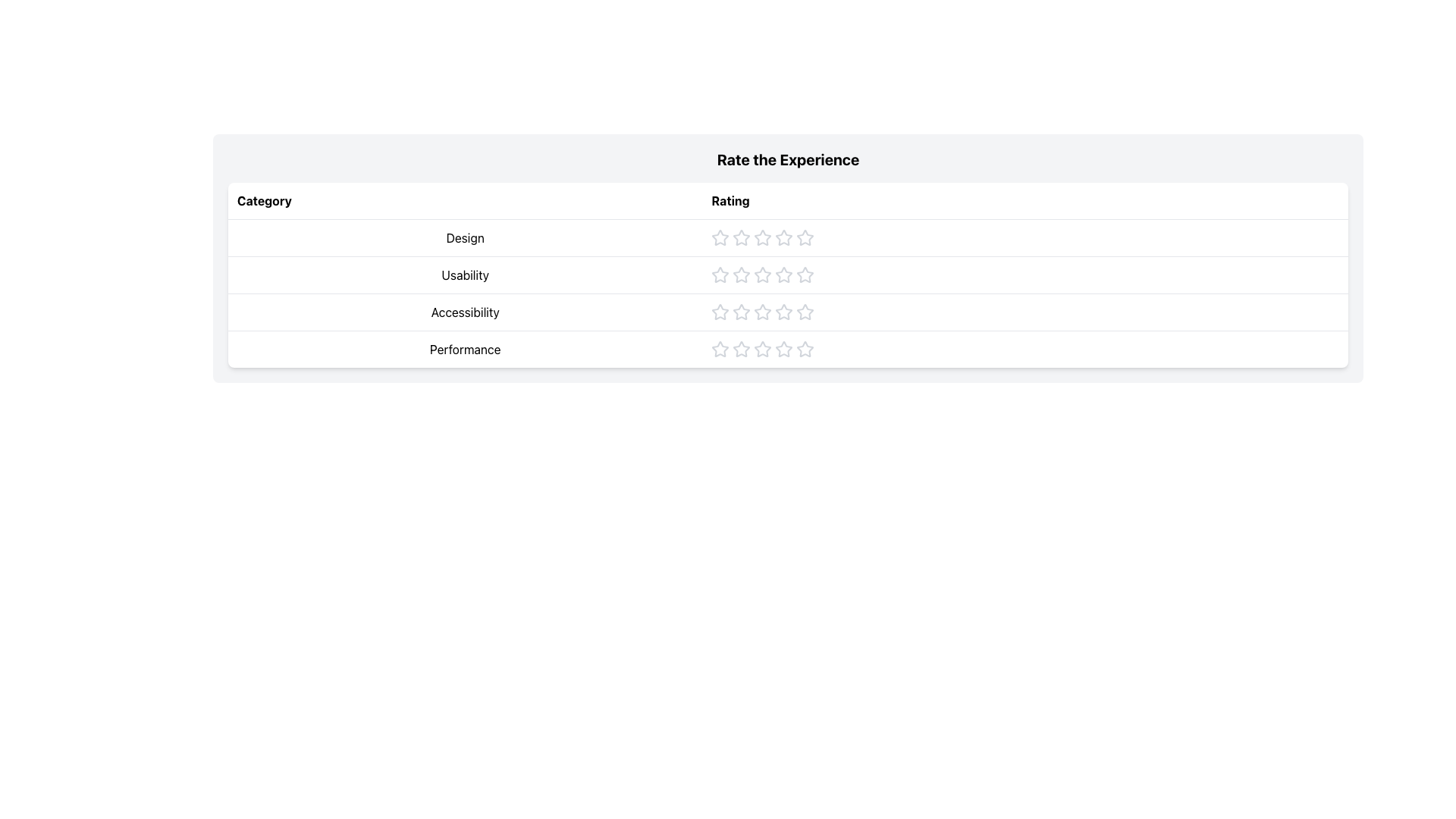  What do you see at coordinates (720, 237) in the screenshot?
I see `the first hollow star icon in the 'Design' rating row to trigger interaction effects` at bounding box center [720, 237].